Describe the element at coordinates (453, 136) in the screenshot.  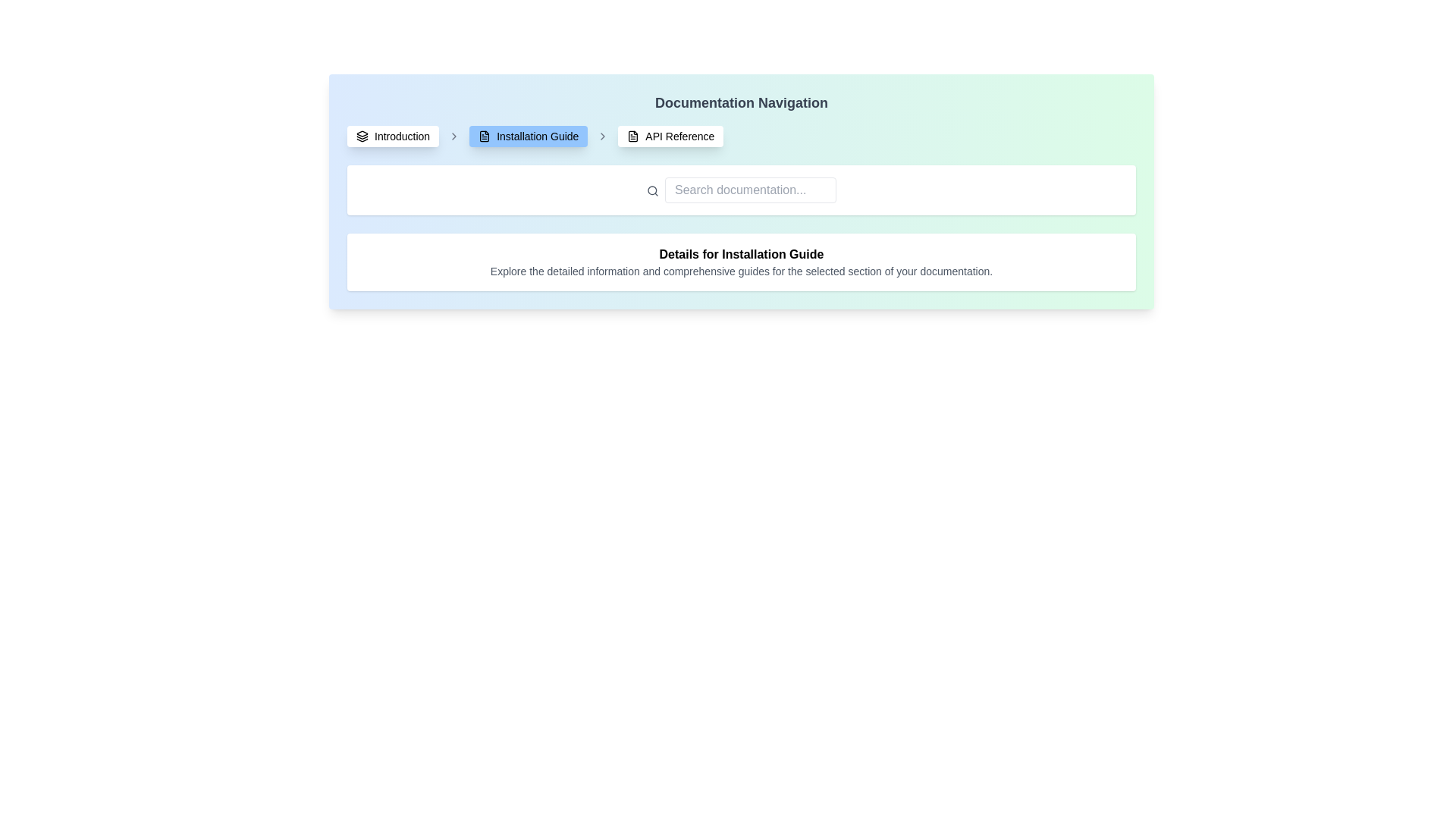
I see `the right-direction chevron icon with a gray outline positioned between the 'Introduction' and 'Installation Guide' navigation buttons` at that location.